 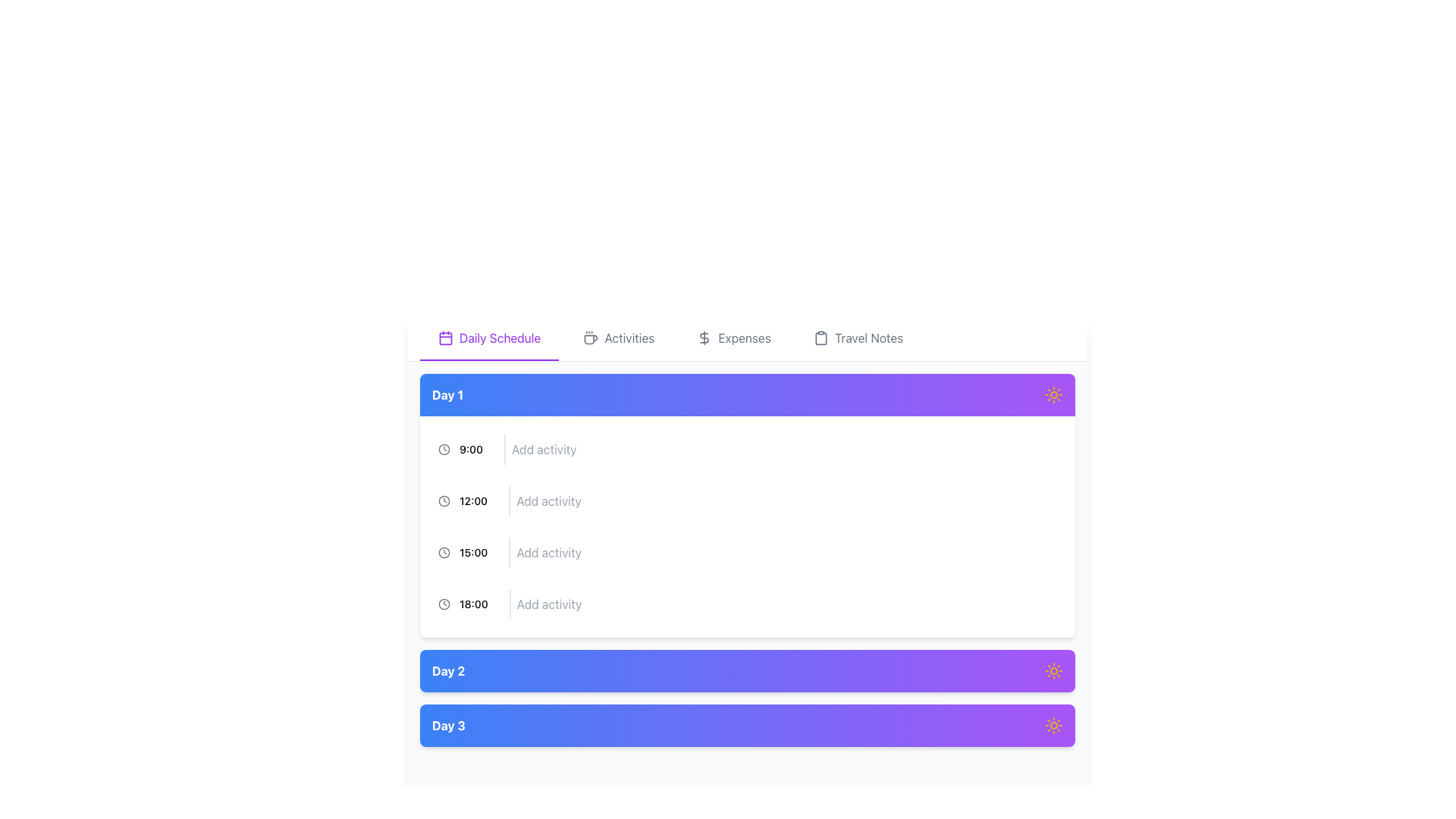 I want to click on the 'Travel Notes' icon, which is the first element in the navigation item associated with recording or organizing notes, located in the upper-right section of the interface, so click(x=820, y=337).